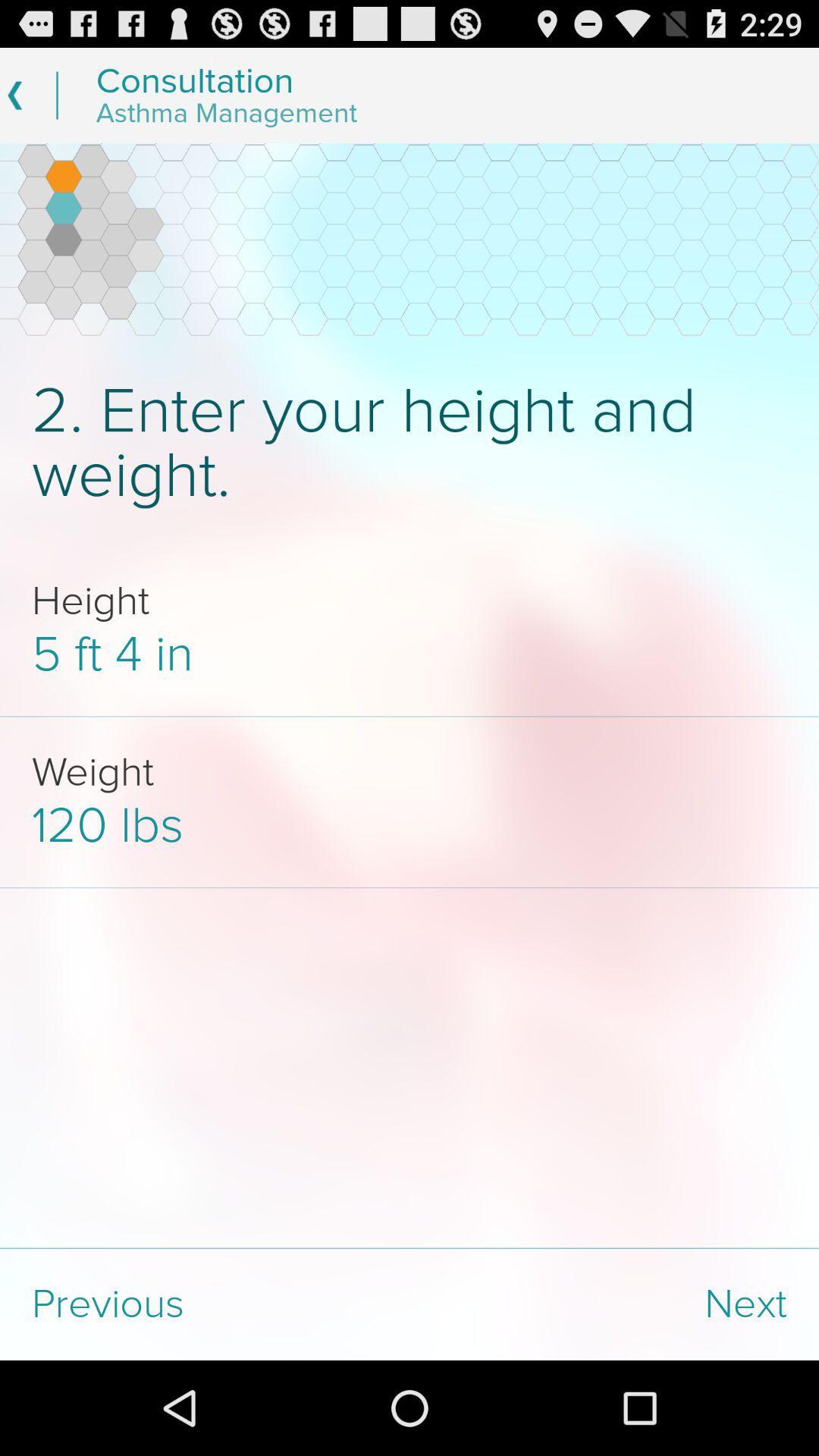 The width and height of the screenshot is (819, 1456). Describe the element at coordinates (614, 1304) in the screenshot. I see `next item` at that location.